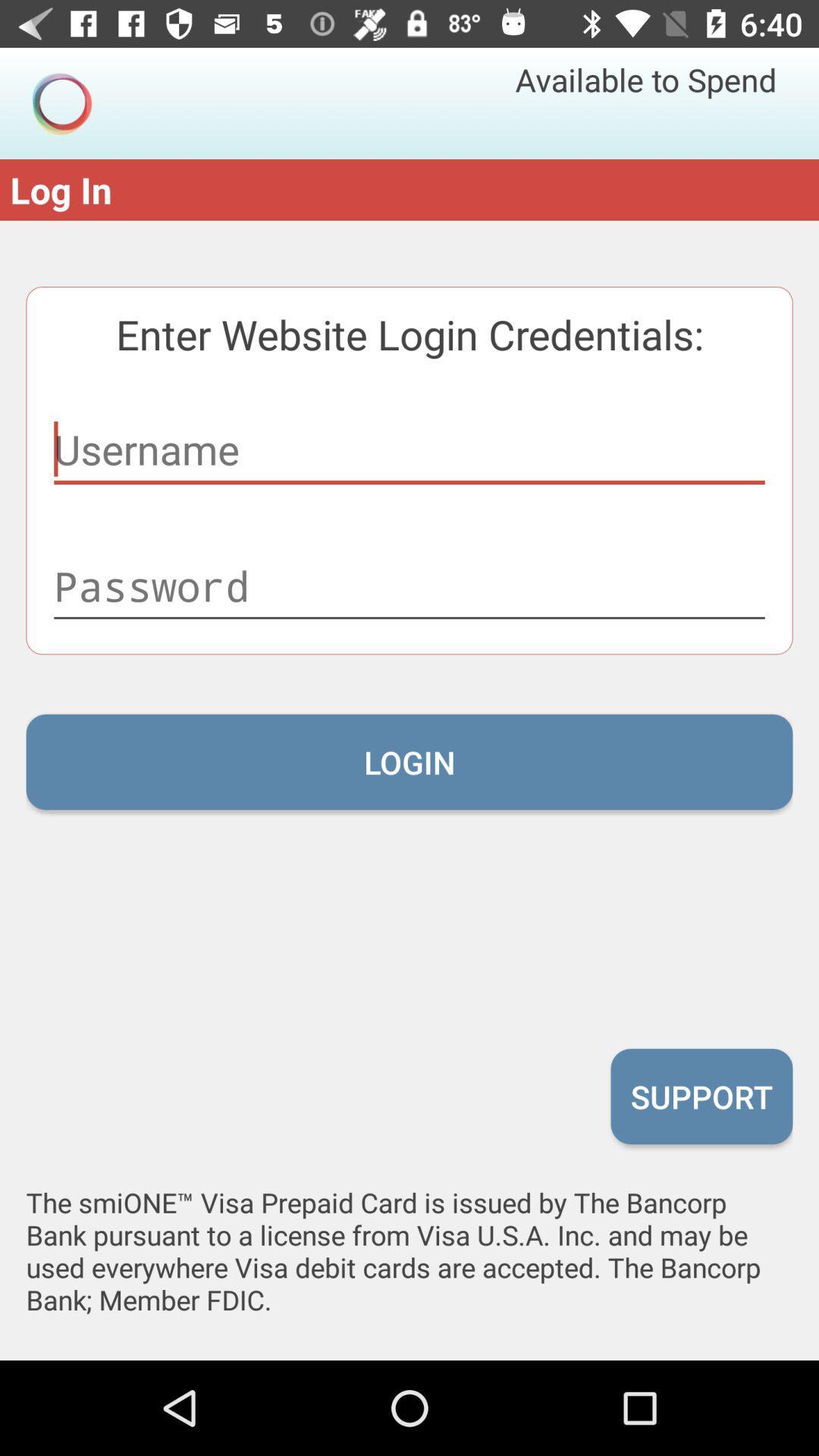 The image size is (819, 1456). What do you see at coordinates (409, 449) in the screenshot?
I see `username to login` at bounding box center [409, 449].